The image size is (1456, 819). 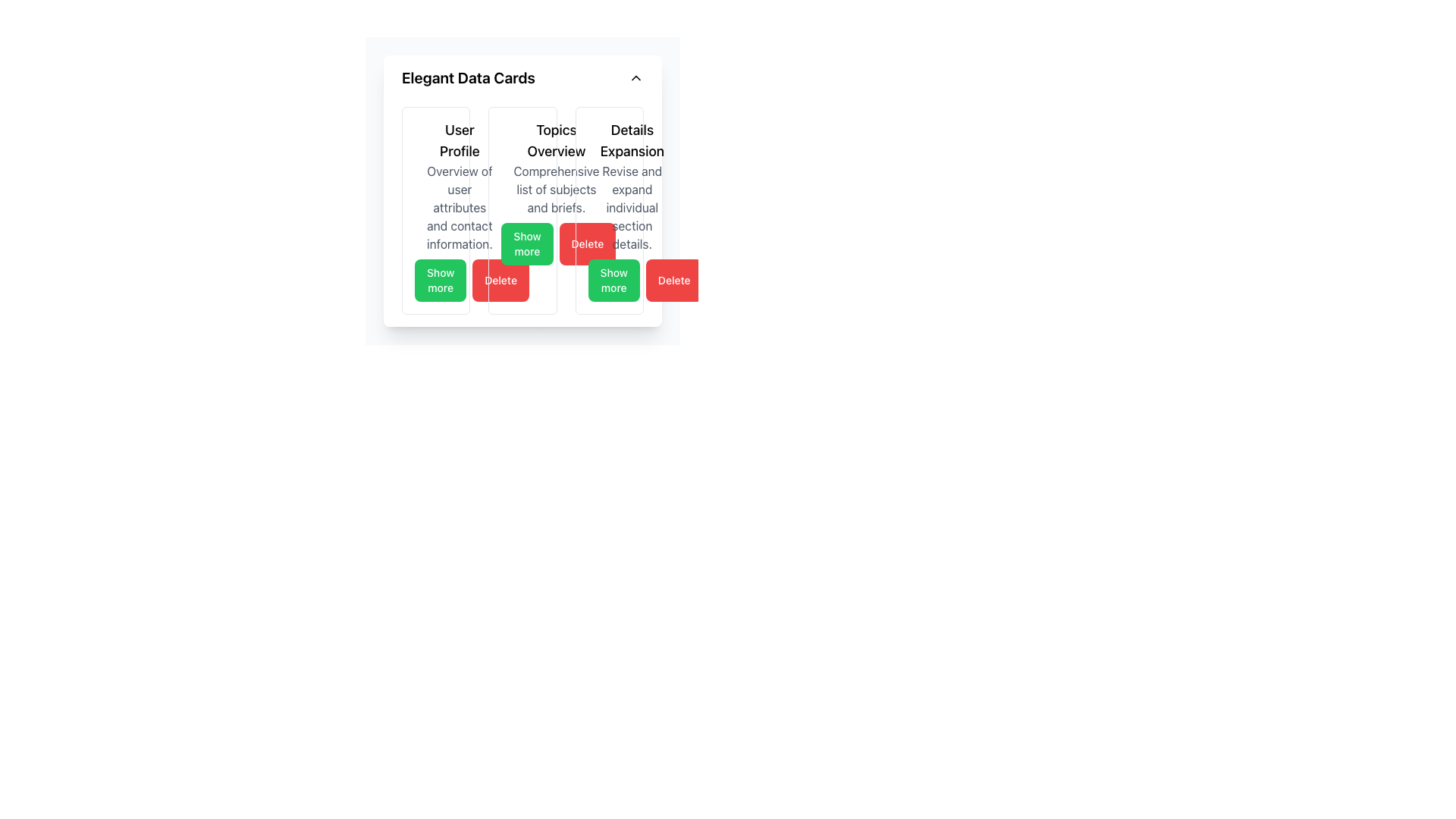 I want to click on the 'User Profile' card, which is a rectangular card with a white background and contains the title 'User Profile' in large bold text, so click(x=435, y=210).